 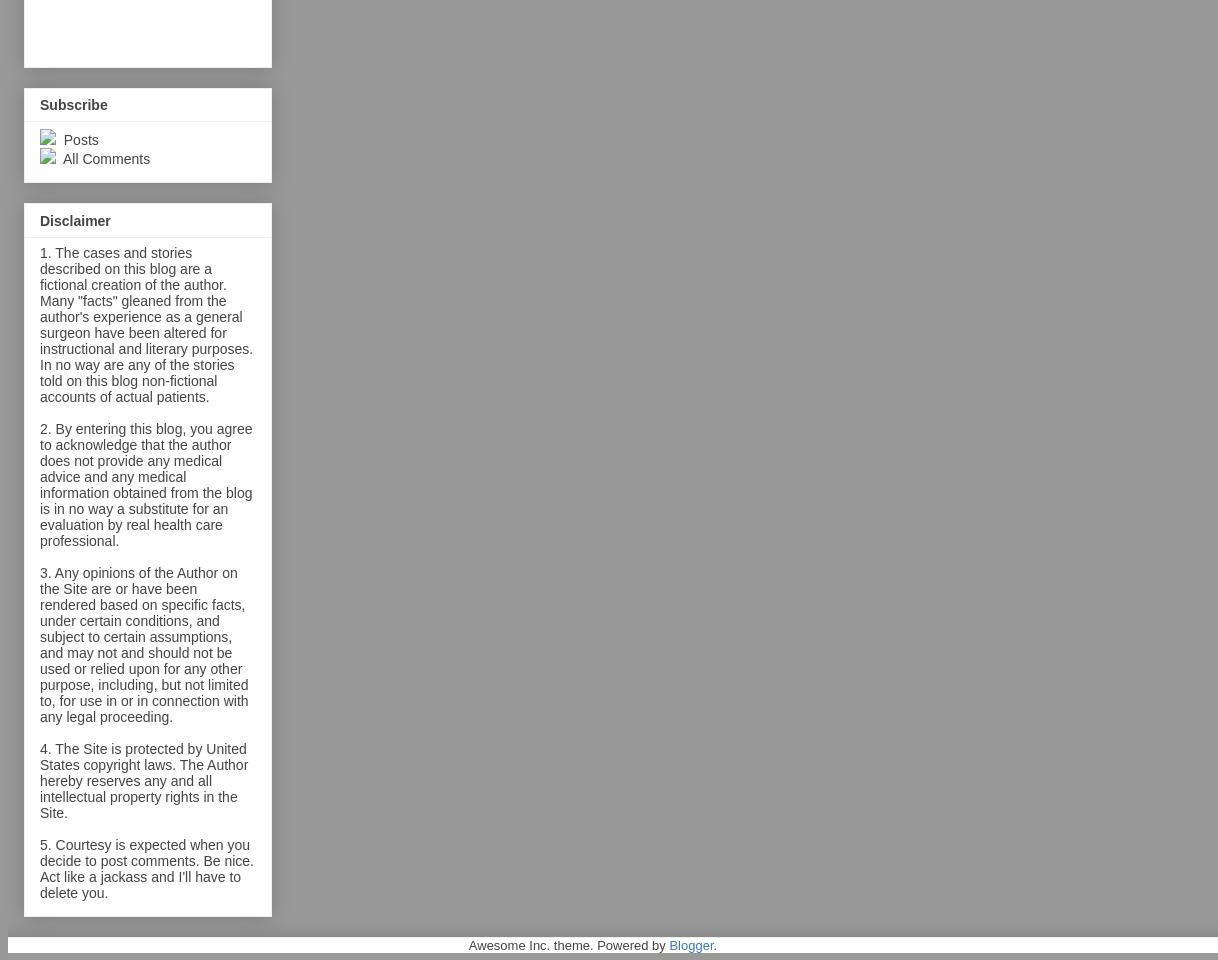 I want to click on '1. The cases and stories described on this blog are a fictional creation of the author. Many "facts" gleaned from the author's experience as a general surgeon have been altered for instructional and literary purposes. In no way are any of the stories told on this blog non-fictional accounts of actual patients.', so click(x=39, y=324).